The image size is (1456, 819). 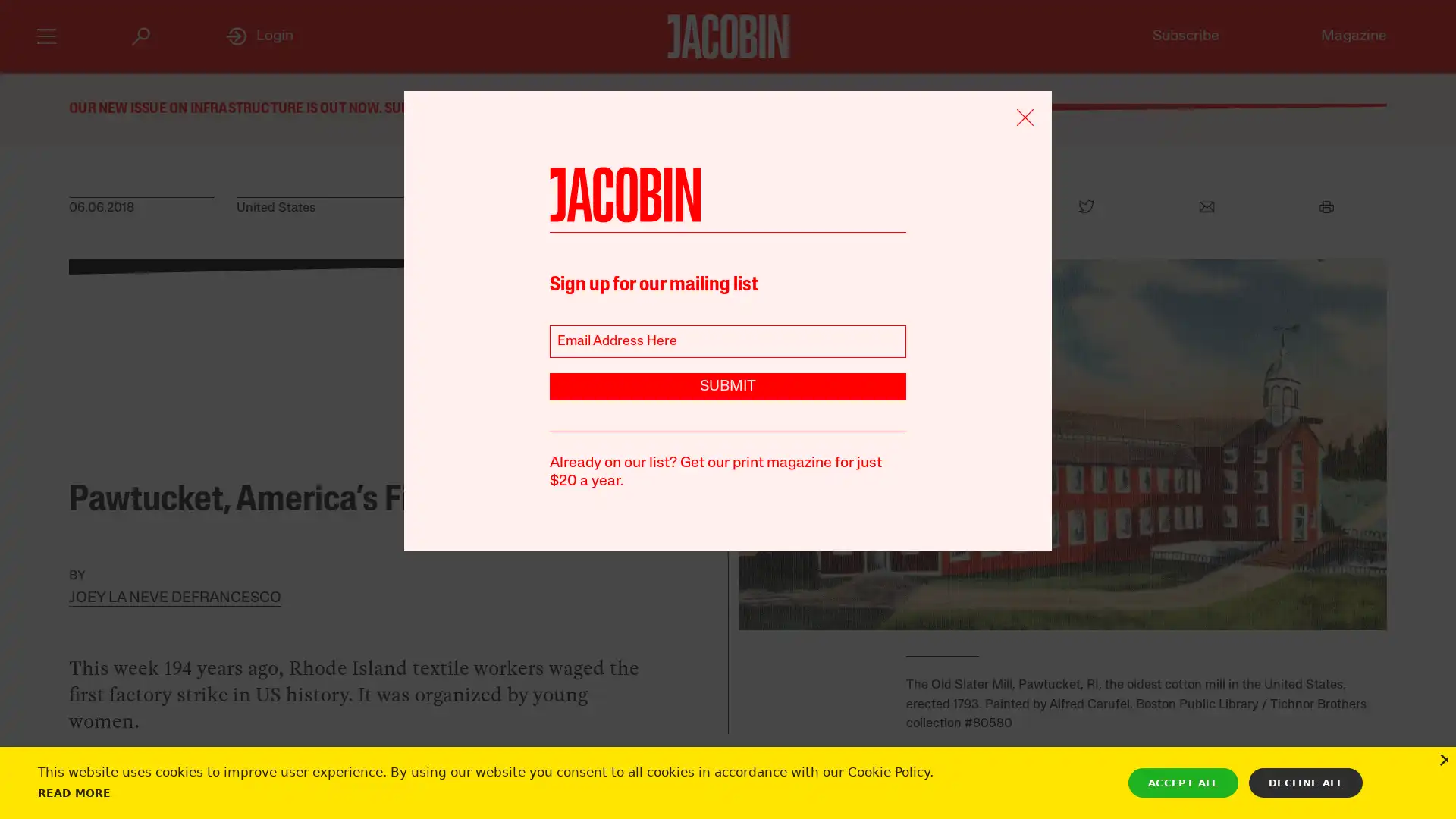 What do you see at coordinates (1181, 782) in the screenshot?
I see `ACCEPT ALL` at bounding box center [1181, 782].